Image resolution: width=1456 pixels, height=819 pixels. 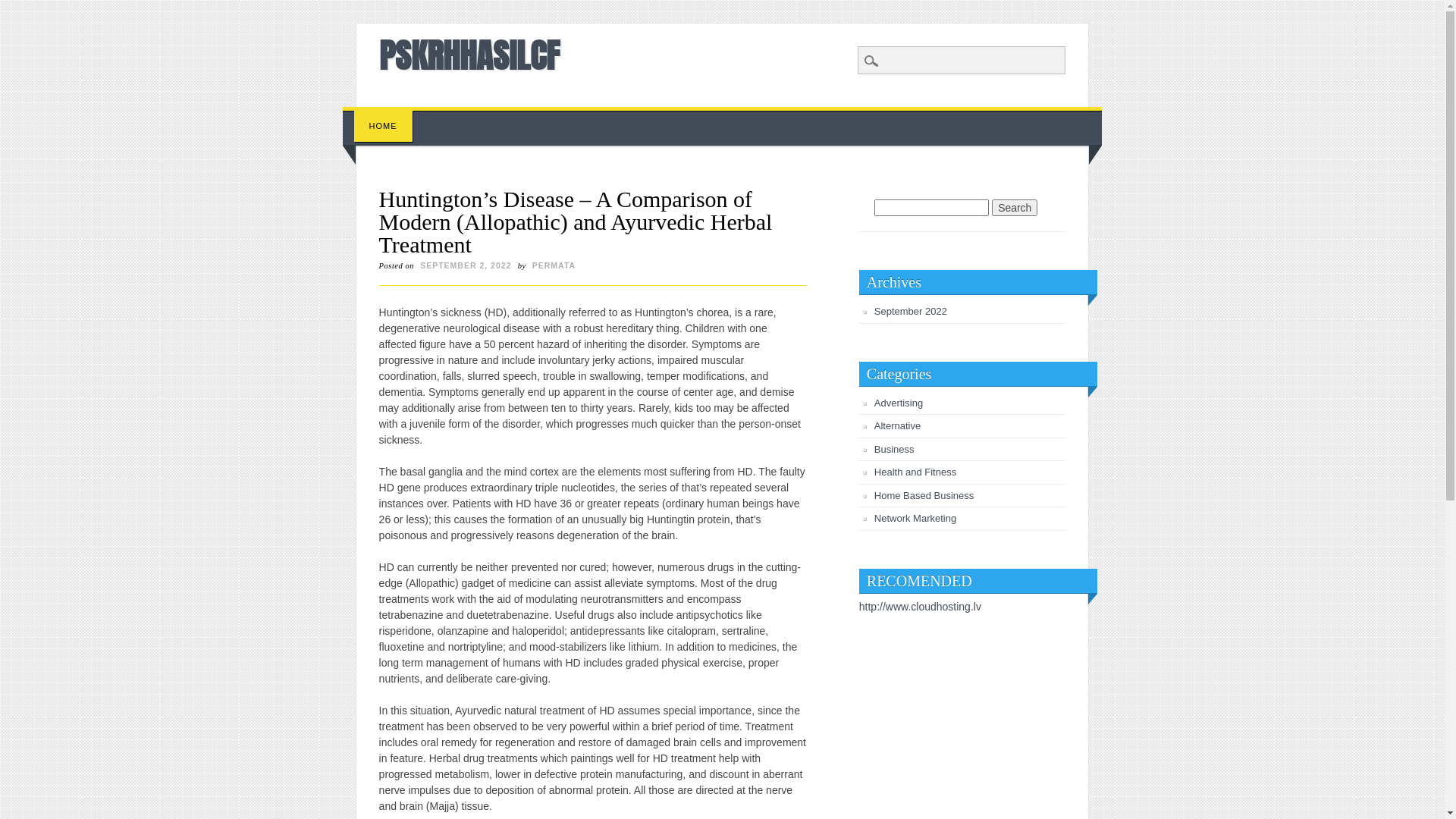 I want to click on 'Search', so click(x=22, y=8).